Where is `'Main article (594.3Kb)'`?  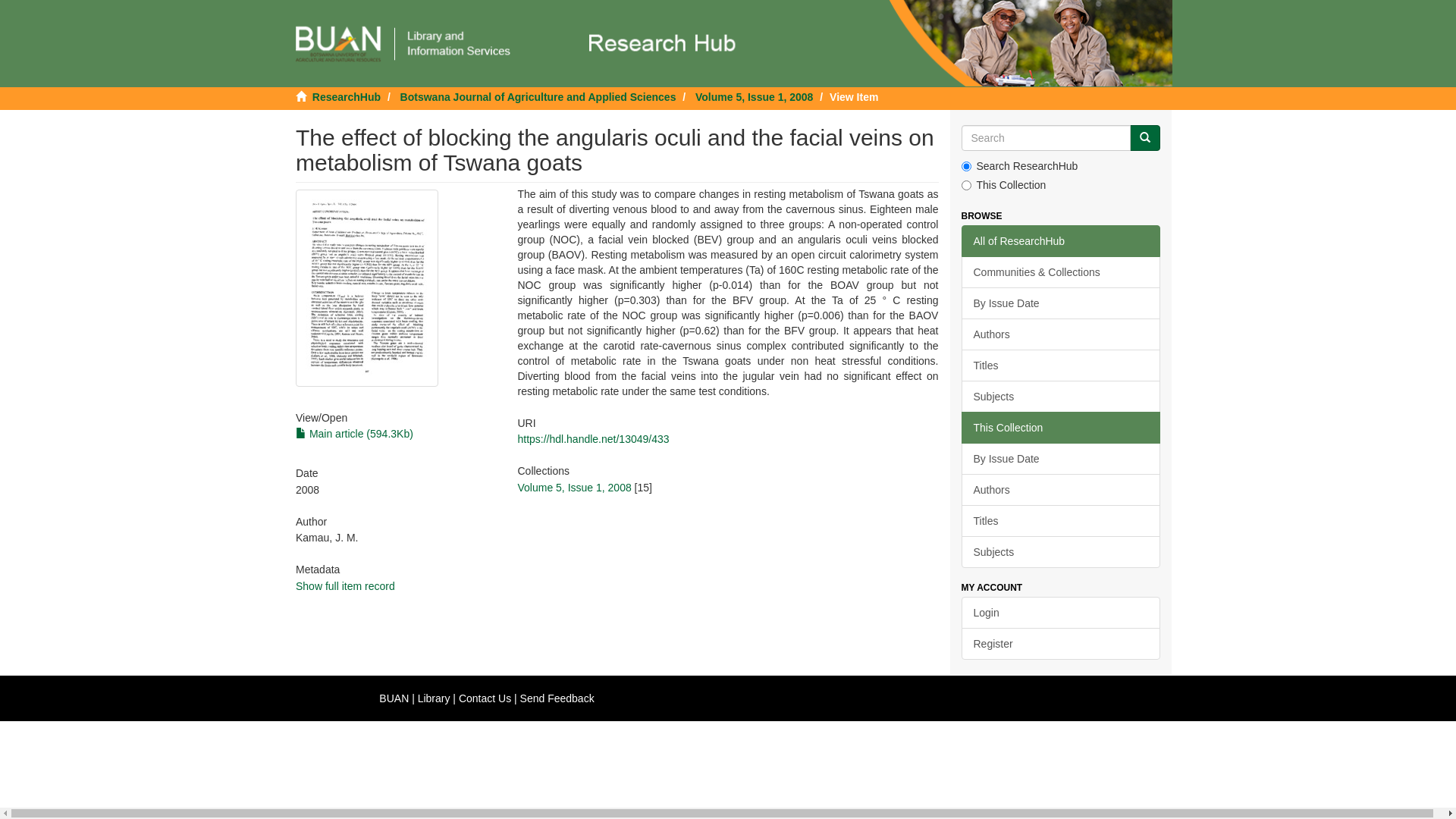
'Main article (594.3Kb)' is located at coordinates (353, 433).